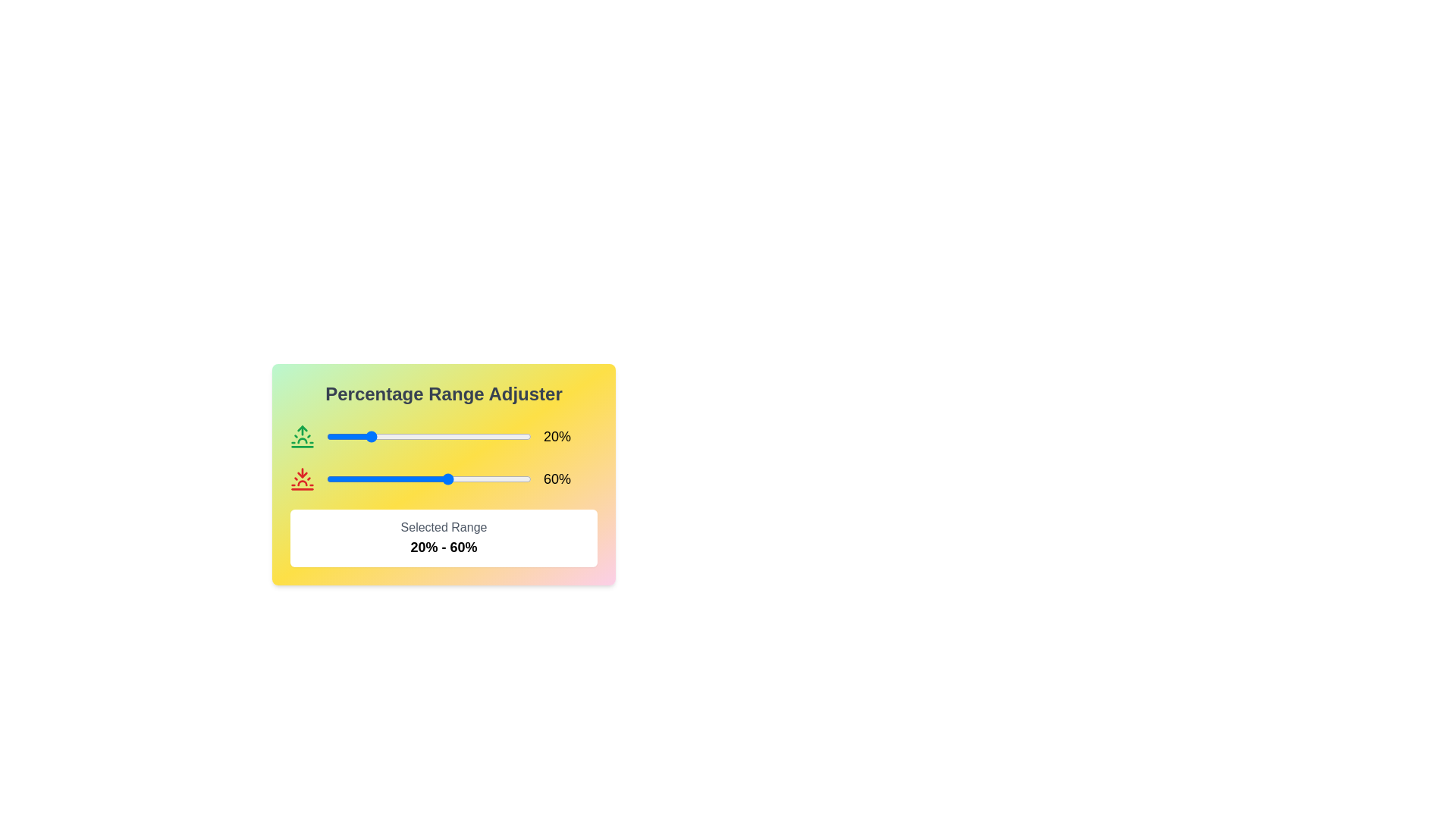  Describe the element at coordinates (443, 547) in the screenshot. I see `the static text display that shows '20% - 60%' in bold and enlarged fonts, located beneath the label 'Selected Range'` at that location.